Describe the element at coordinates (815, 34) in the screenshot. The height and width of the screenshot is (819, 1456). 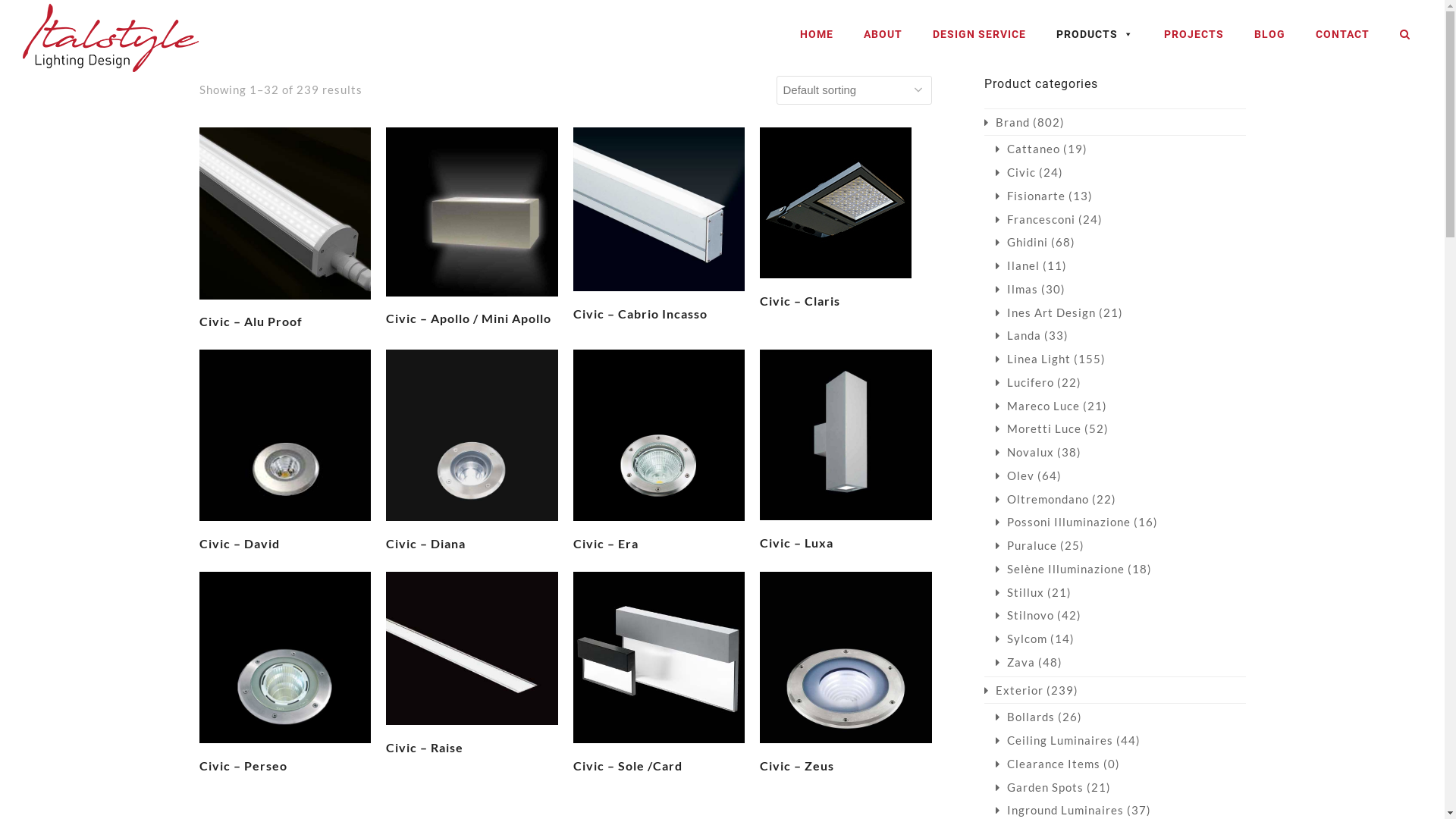
I see `'HOME'` at that location.